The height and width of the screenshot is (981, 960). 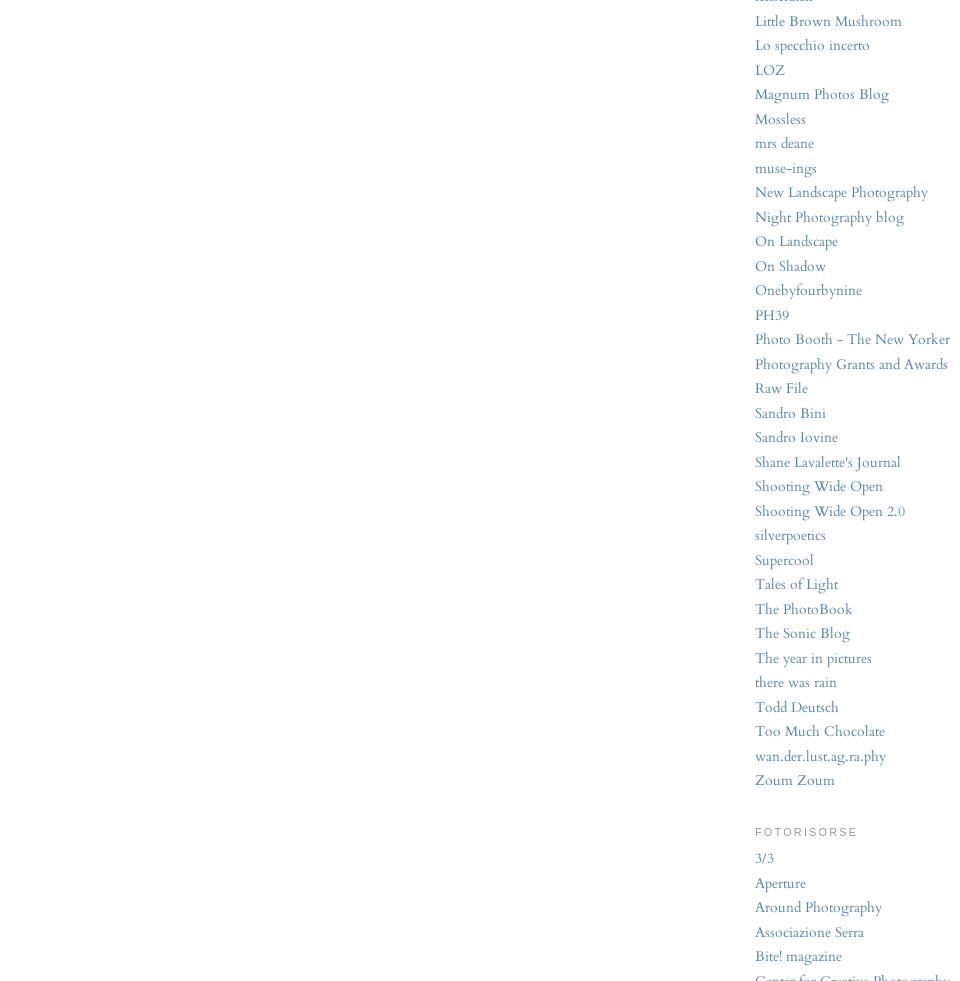 I want to click on 'Photo Booth - The New Yorker', so click(x=851, y=338).